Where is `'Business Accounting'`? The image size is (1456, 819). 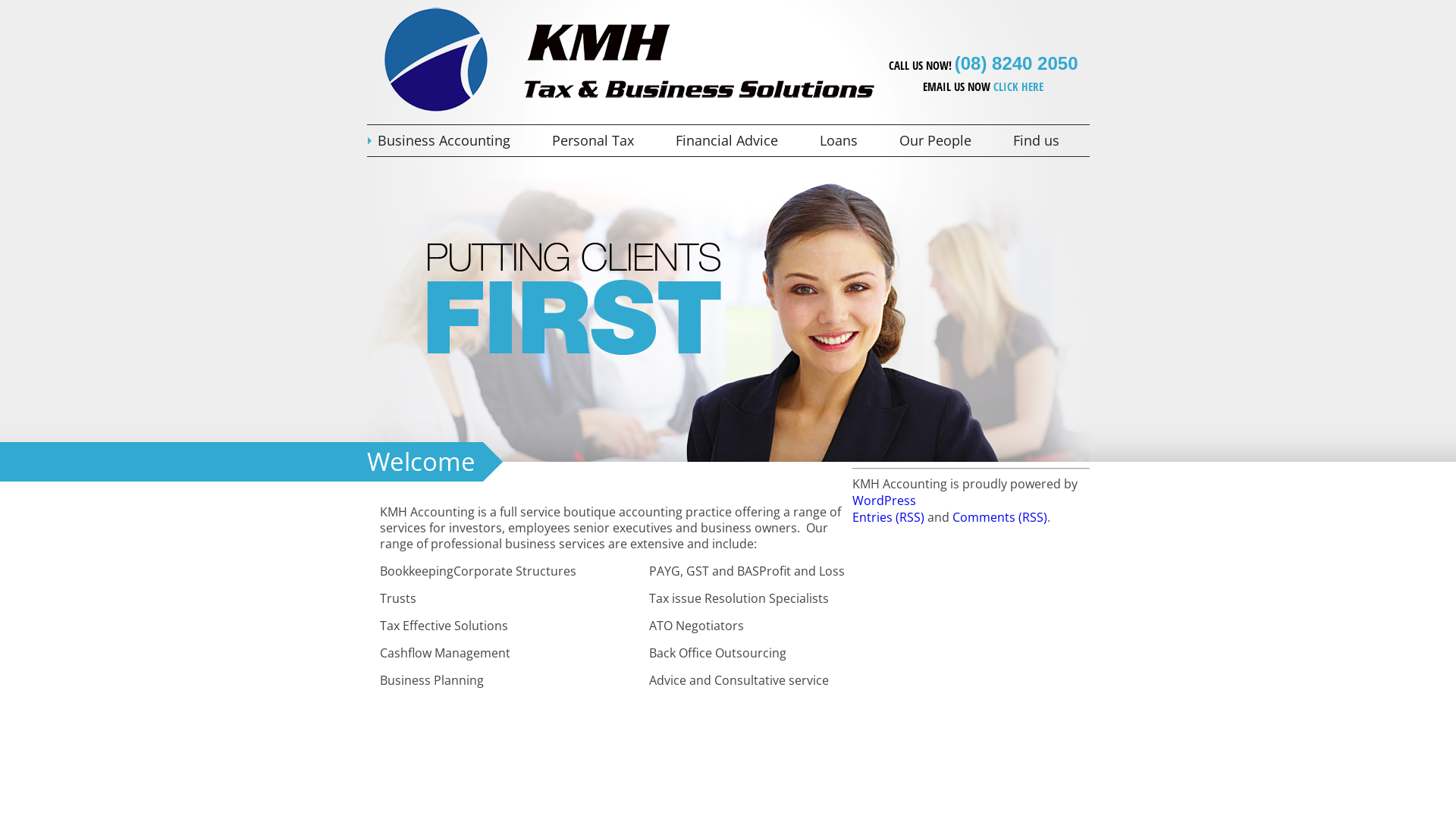
'Business Accounting' is located at coordinates (453, 140).